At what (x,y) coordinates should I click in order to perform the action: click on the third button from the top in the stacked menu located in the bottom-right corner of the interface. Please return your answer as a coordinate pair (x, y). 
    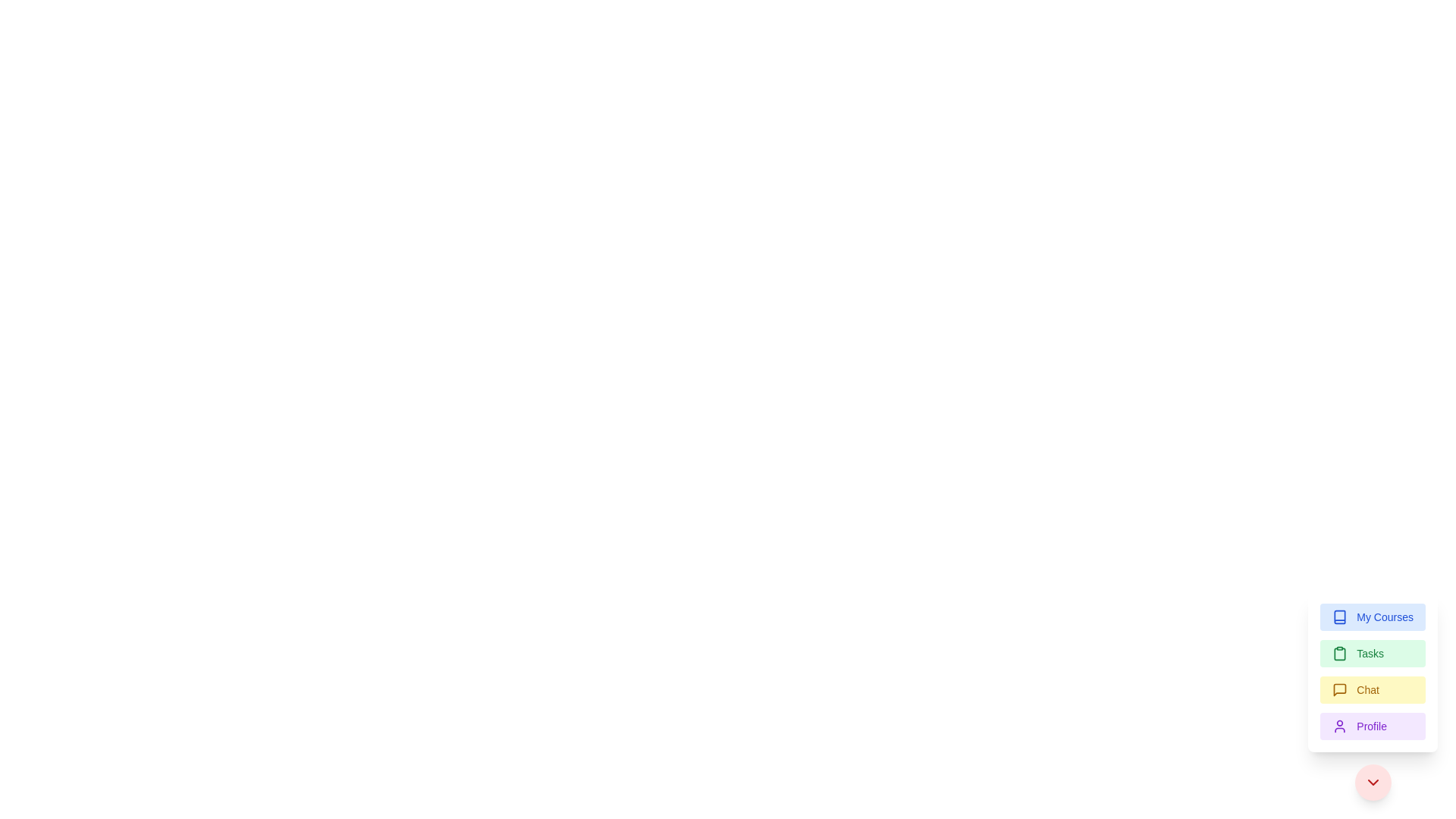
    Looking at the image, I should click on (1373, 696).